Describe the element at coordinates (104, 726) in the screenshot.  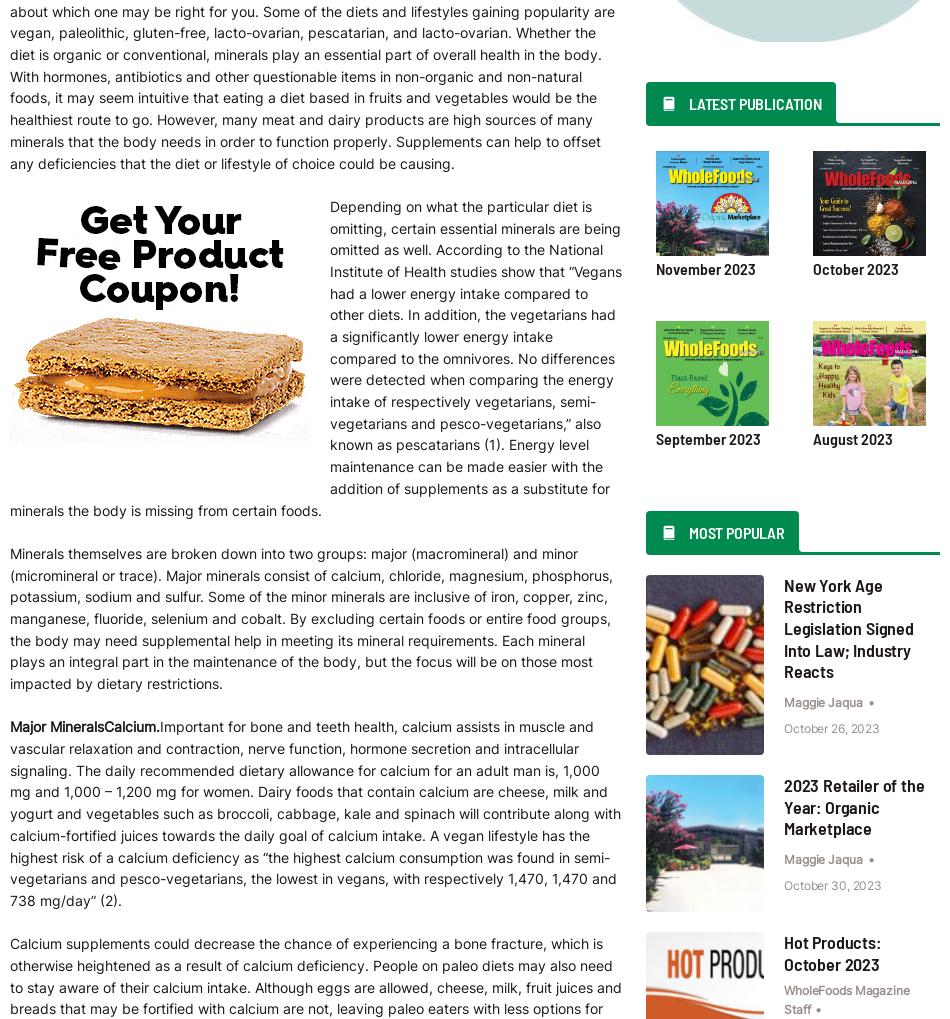
I see `'Calcium.'` at that location.